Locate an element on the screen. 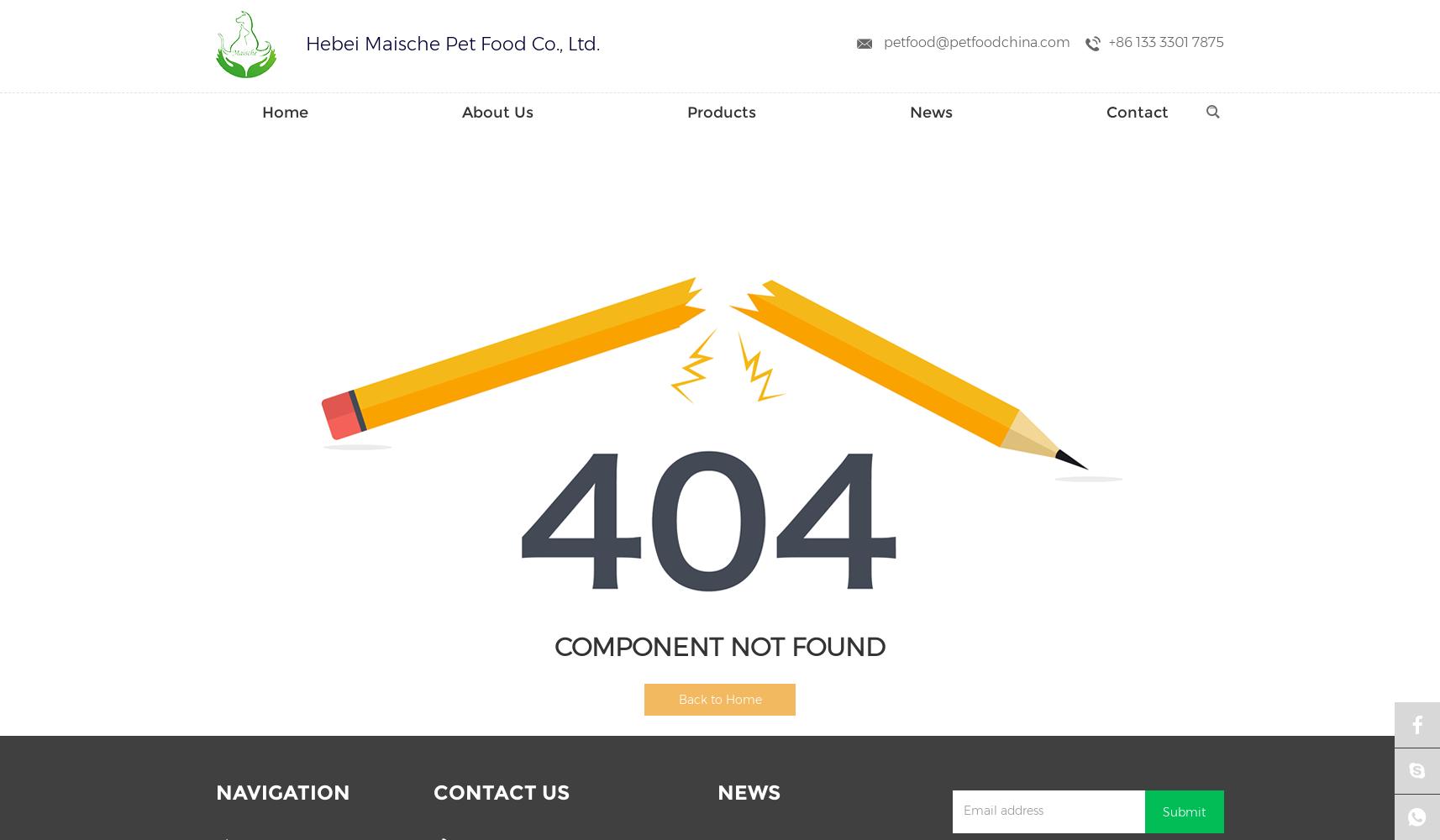  'Contact Us' is located at coordinates (434, 791).